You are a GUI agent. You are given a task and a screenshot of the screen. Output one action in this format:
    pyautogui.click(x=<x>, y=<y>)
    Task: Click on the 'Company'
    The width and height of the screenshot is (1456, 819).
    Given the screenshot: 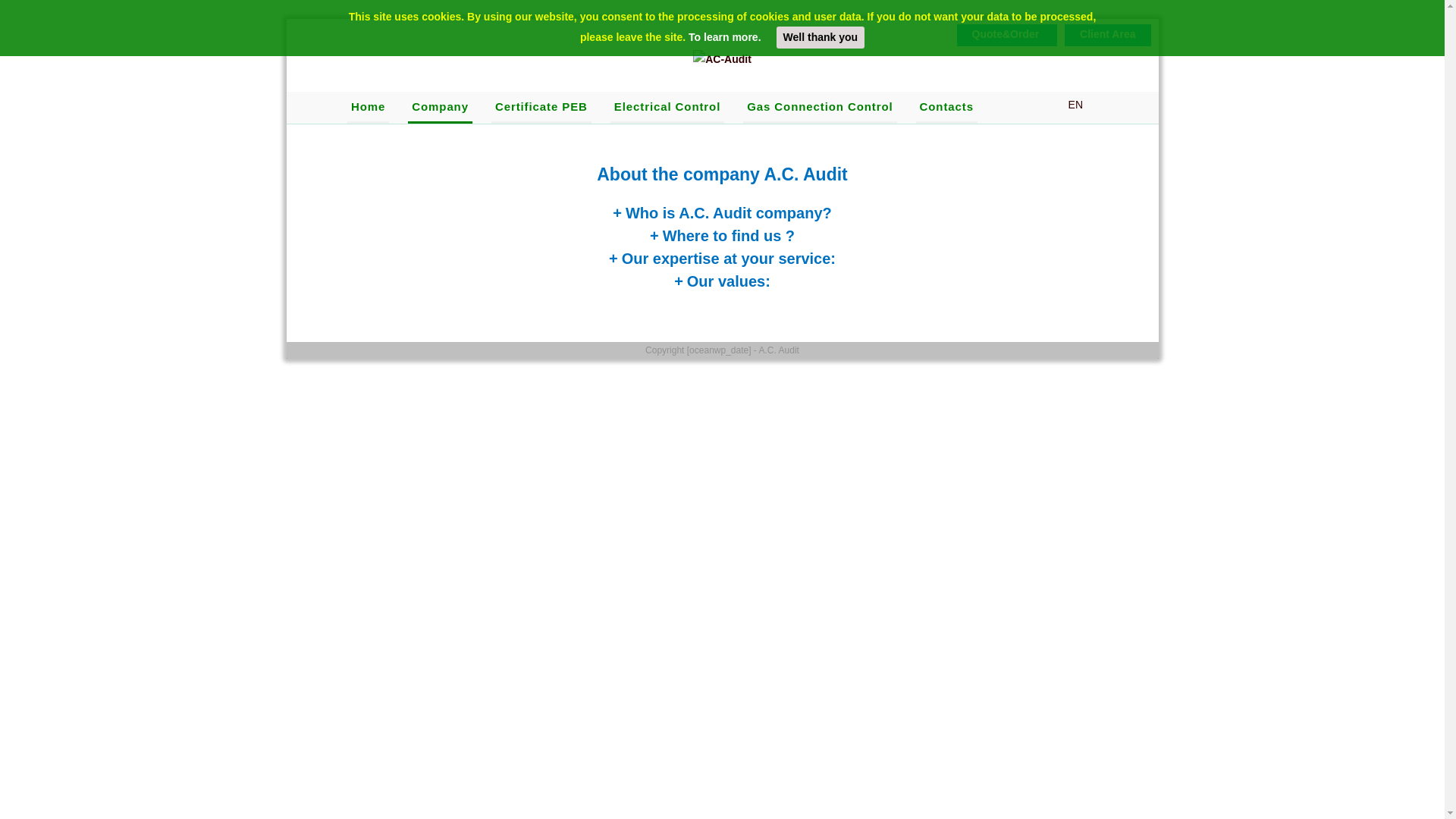 What is the action you would take?
    pyautogui.click(x=439, y=107)
    